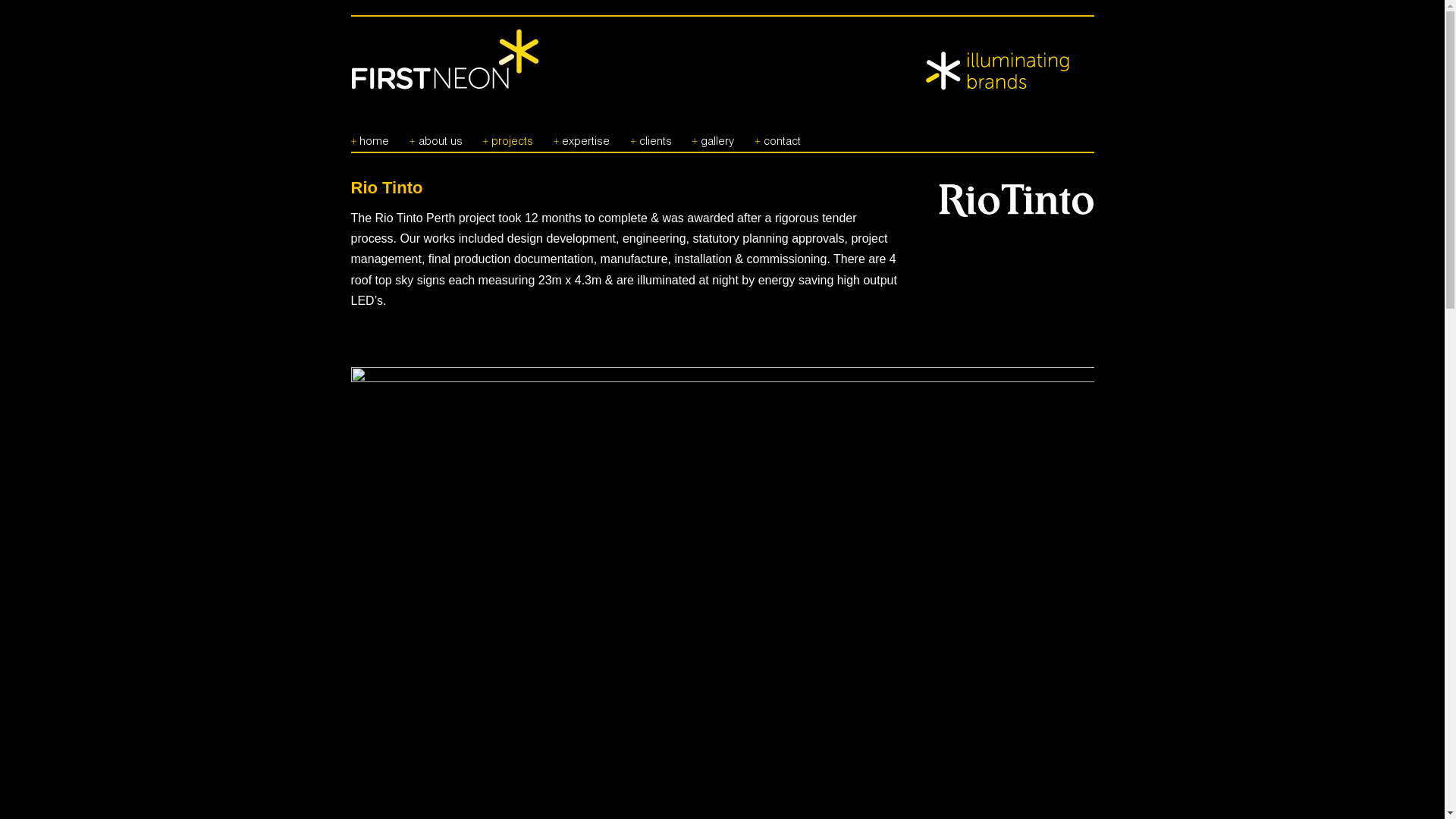 This screenshot has height=819, width=1456. I want to click on 'projects', so click(481, 135).